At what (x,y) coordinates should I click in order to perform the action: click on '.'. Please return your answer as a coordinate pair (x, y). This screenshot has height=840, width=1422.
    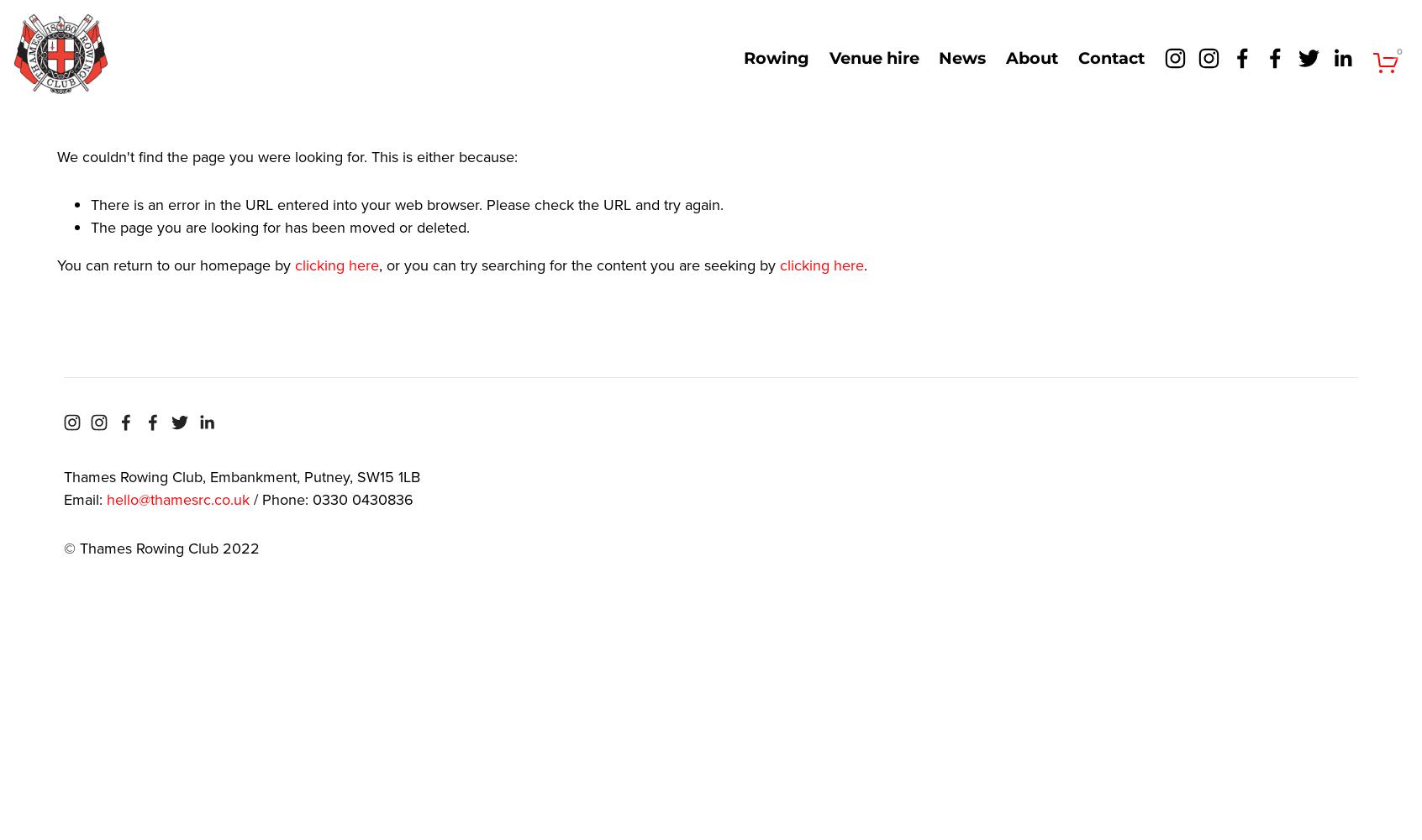
    Looking at the image, I should click on (864, 265).